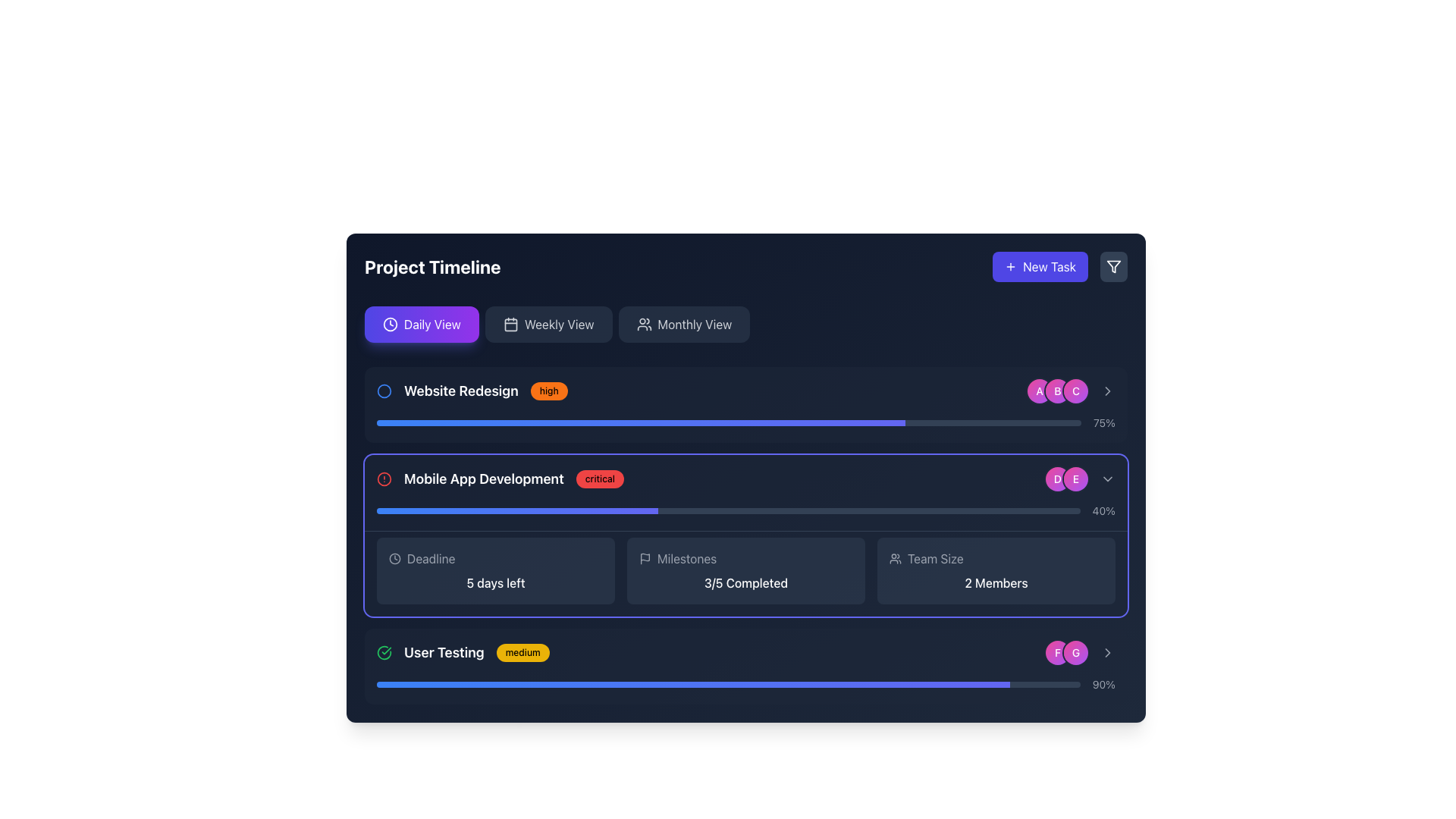 This screenshot has width=1456, height=819. Describe the element at coordinates (1065, 479) in the screenshot. I see `the first badge group icon located to the right of the 'Mobile App Development' progress bar` at that location.